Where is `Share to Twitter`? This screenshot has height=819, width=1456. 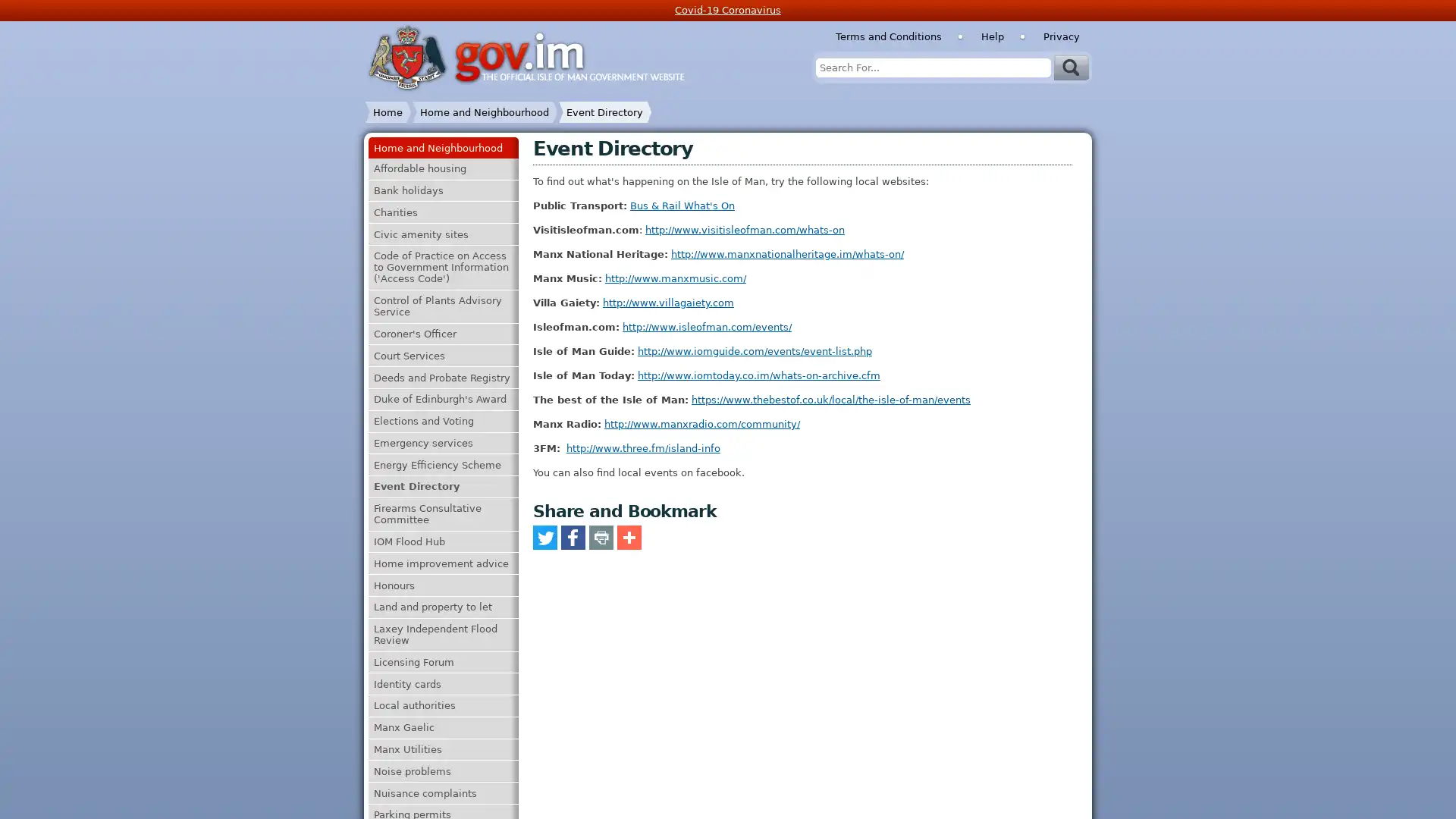
Share to Twitter is located at coordinates (544, 536).